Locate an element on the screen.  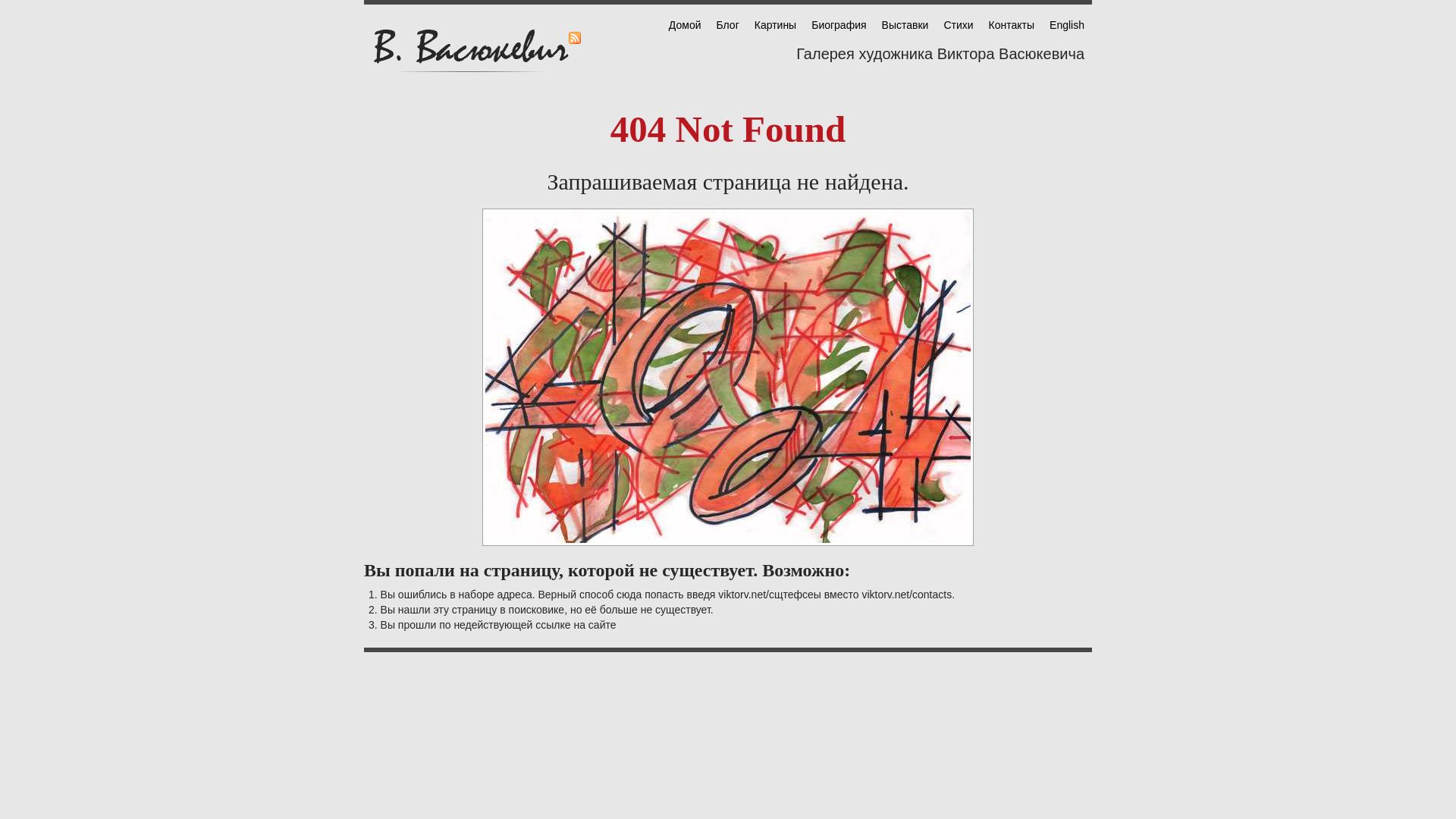
'RSS' is located at coordinates (574, 37).